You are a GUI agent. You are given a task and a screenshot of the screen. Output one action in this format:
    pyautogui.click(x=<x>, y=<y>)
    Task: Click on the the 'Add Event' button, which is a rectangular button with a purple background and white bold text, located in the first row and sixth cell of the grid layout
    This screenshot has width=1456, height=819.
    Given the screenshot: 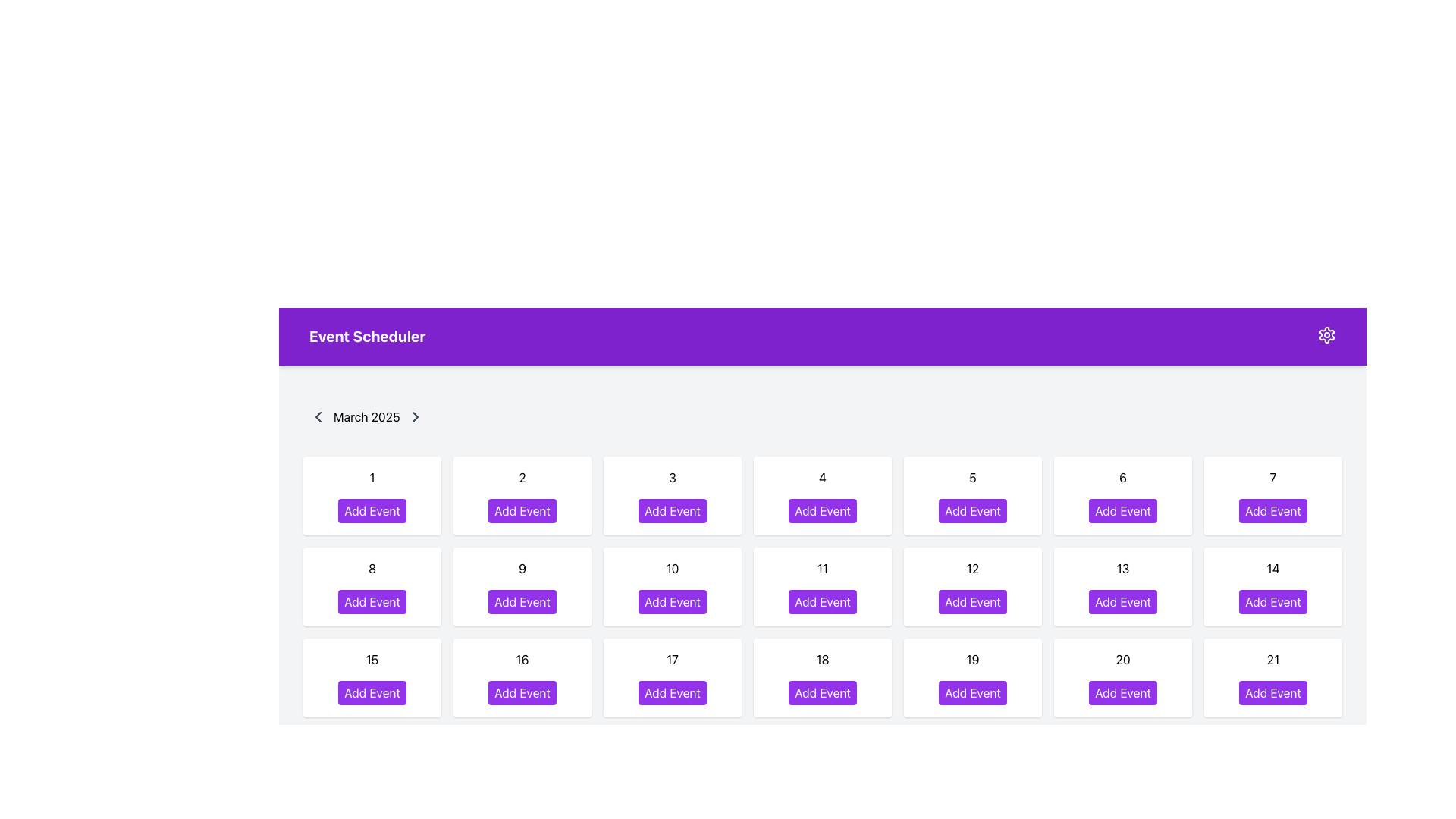 What is the action you would take?
    pyautogui.click(x=1123, y=511)
    